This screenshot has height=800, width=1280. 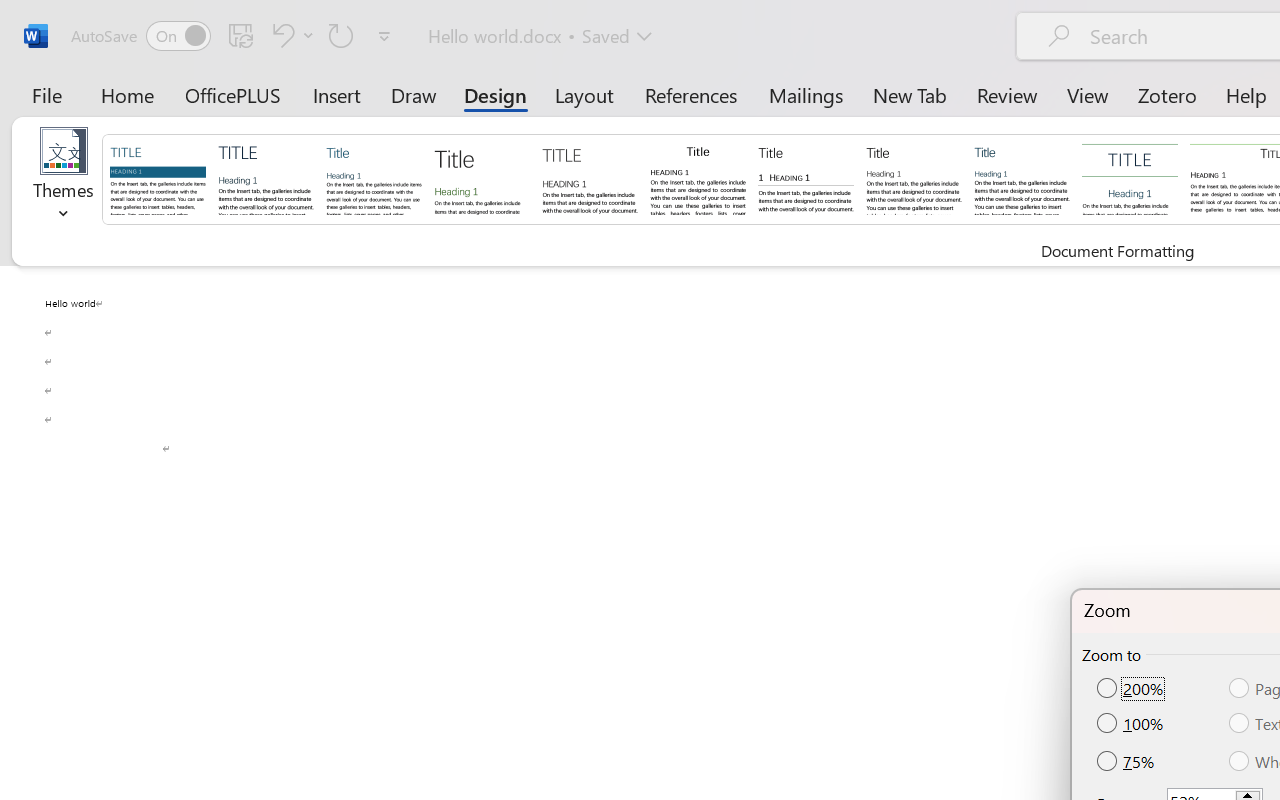 What do you see at coordinates (806, 94) in the screenshot?
I see `'Mailings'` at bounding box center [806, 94].